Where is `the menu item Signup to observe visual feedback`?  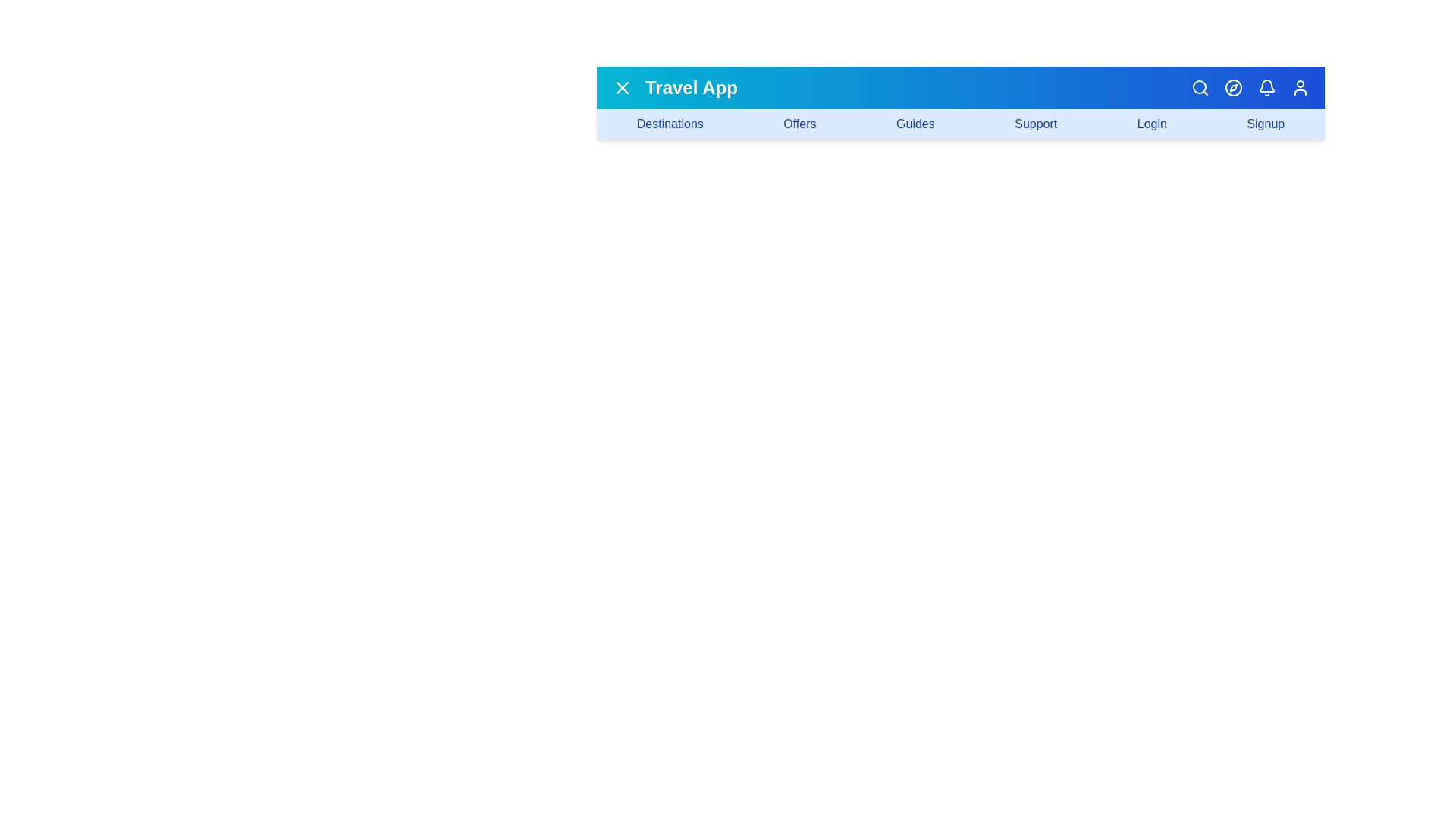
the menu item Signup to observe visual feedback is located at coordinates (1266, 124).